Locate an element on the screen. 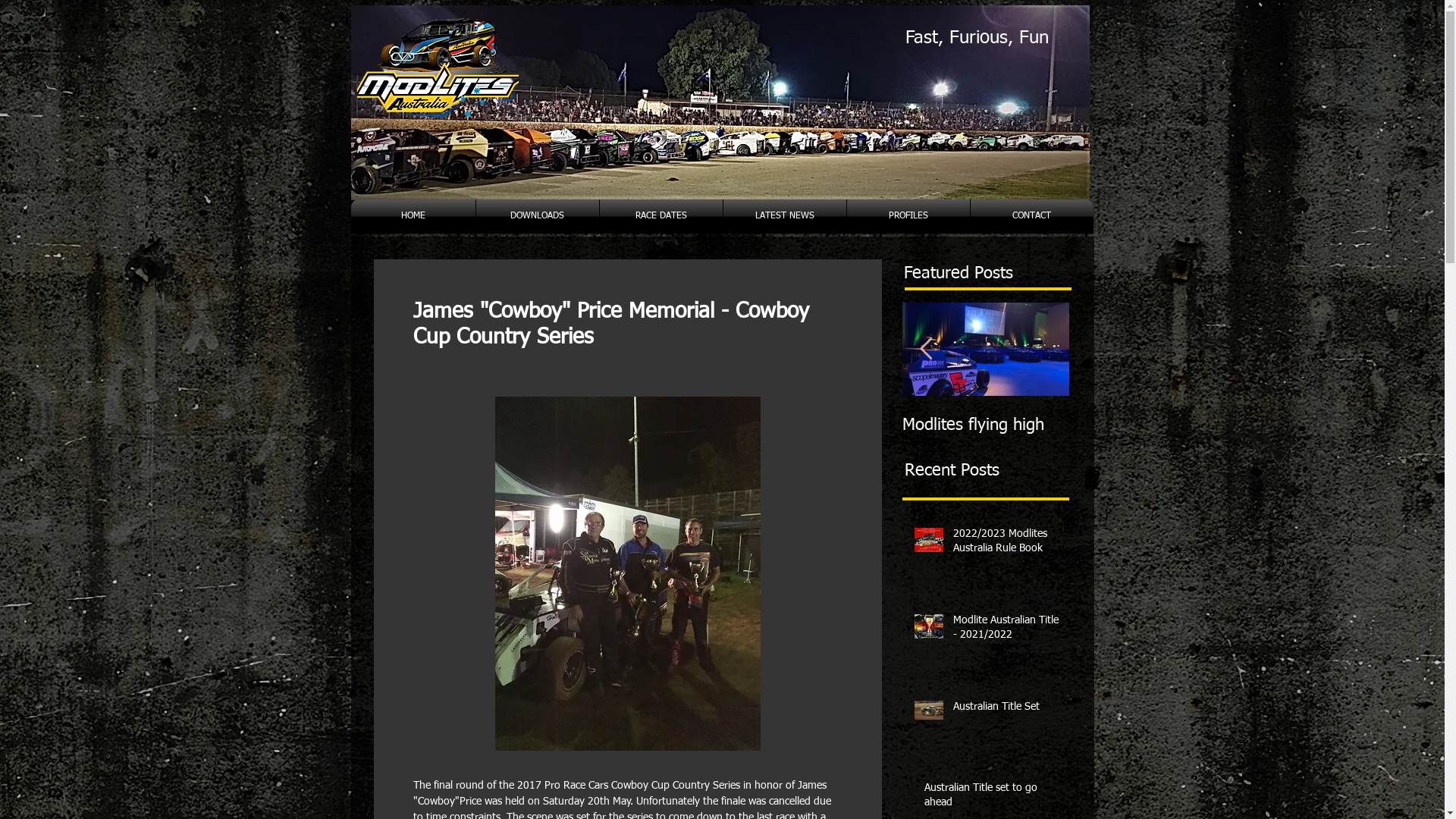 The image size is (1456, 819). 'RACE DATES' is located at coordinates (660, 216).